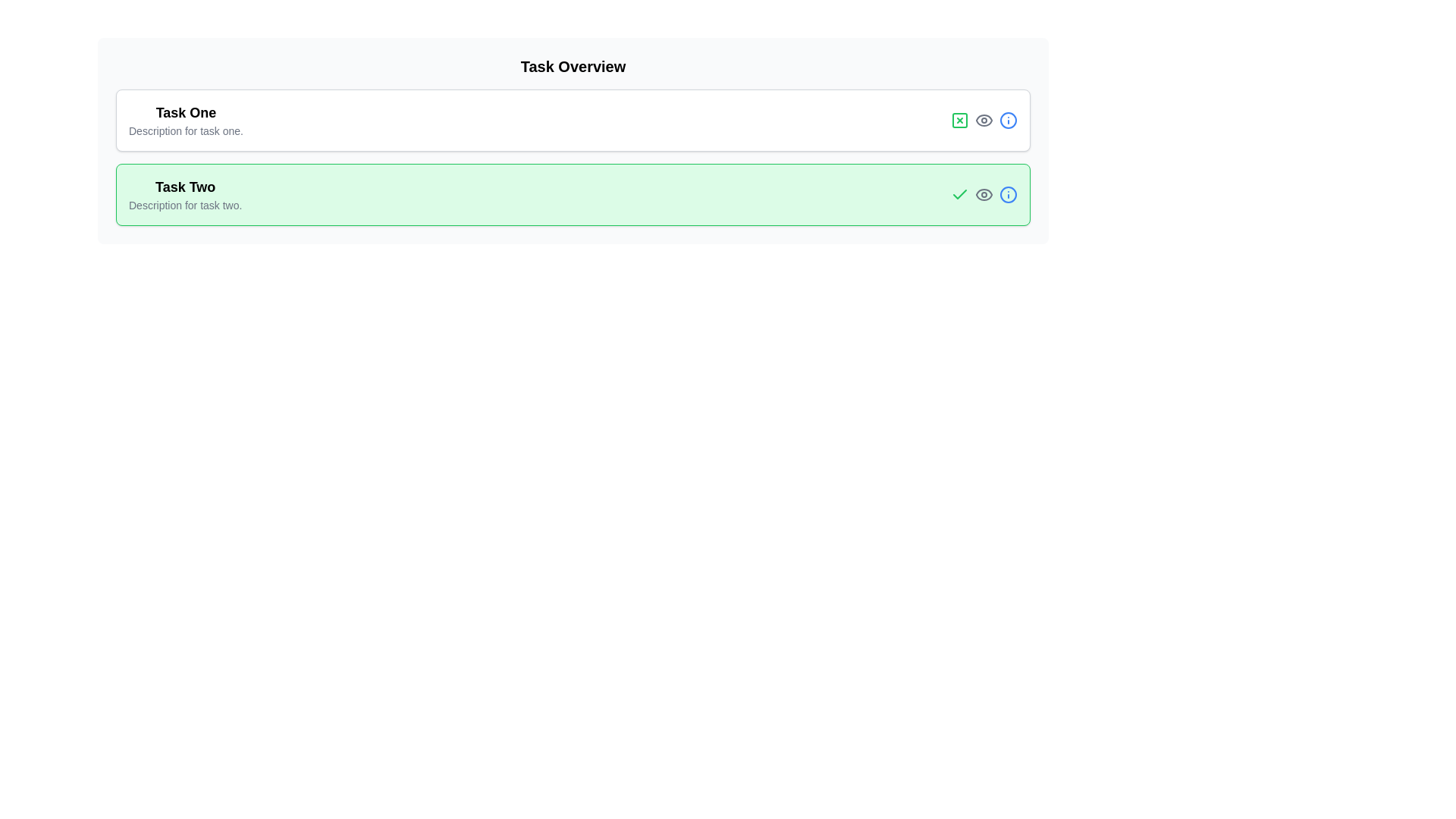 The height and width of the screenshot is (819, 1456). What do you see at coordinates (984, 194) in the screenshot?
I see `the eye-shaped icon button, which is styled in gray and represents visibility, located between a green check mark and a blue 'info' icon` at bounding box center [984, 194].